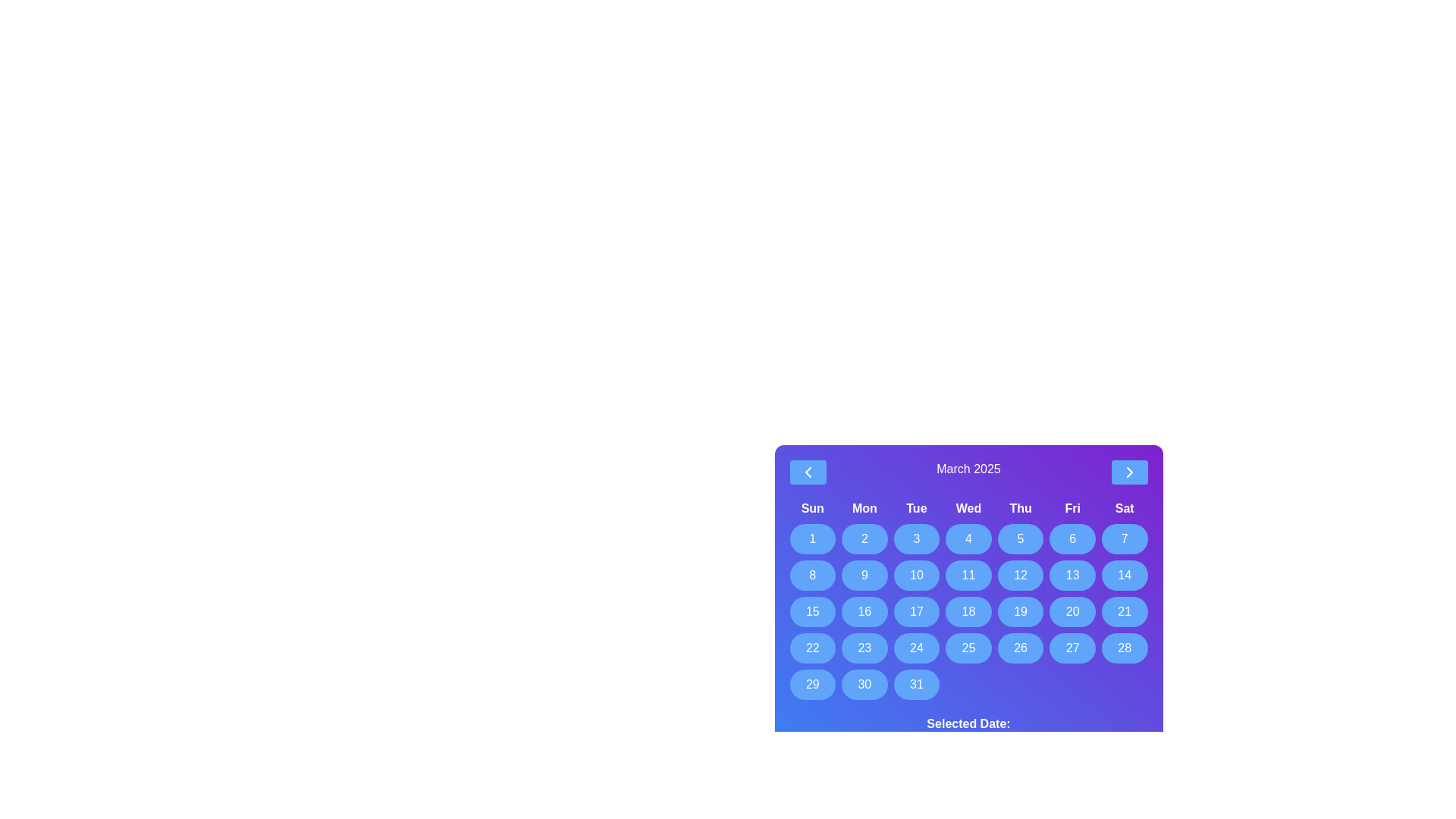 Image resolution: width=1456 pixels, height=819 pixels. Describe the element at coordinates (811, 684) in the screenshot. I see `the button representing the 29th day` at that location.